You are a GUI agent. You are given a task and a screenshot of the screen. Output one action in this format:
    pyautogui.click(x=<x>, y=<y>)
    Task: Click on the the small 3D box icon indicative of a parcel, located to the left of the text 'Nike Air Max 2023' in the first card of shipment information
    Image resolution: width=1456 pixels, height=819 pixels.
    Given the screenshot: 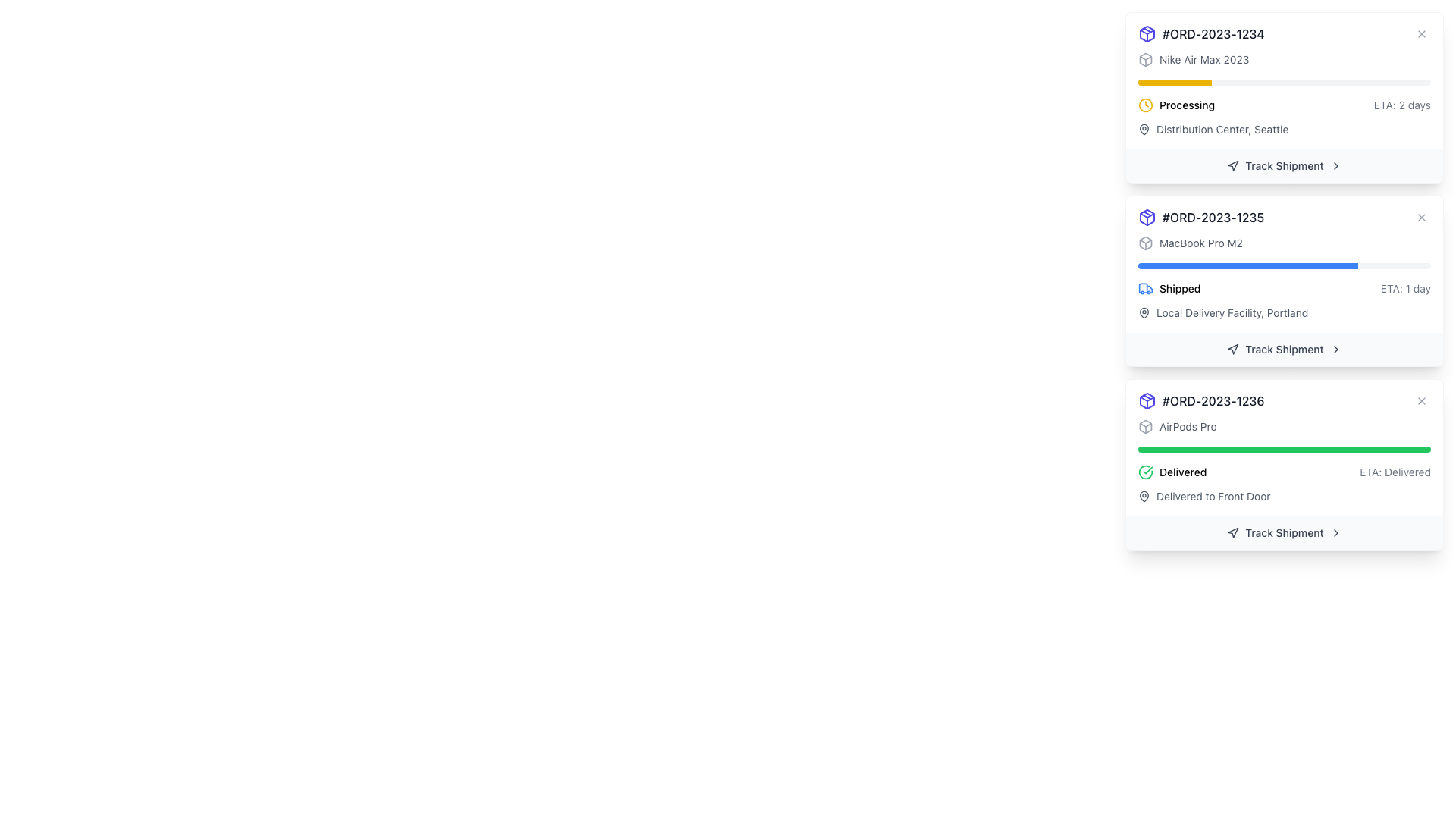 What is the action you would take?
    pyautogui.click(x=1146, y=58)
    